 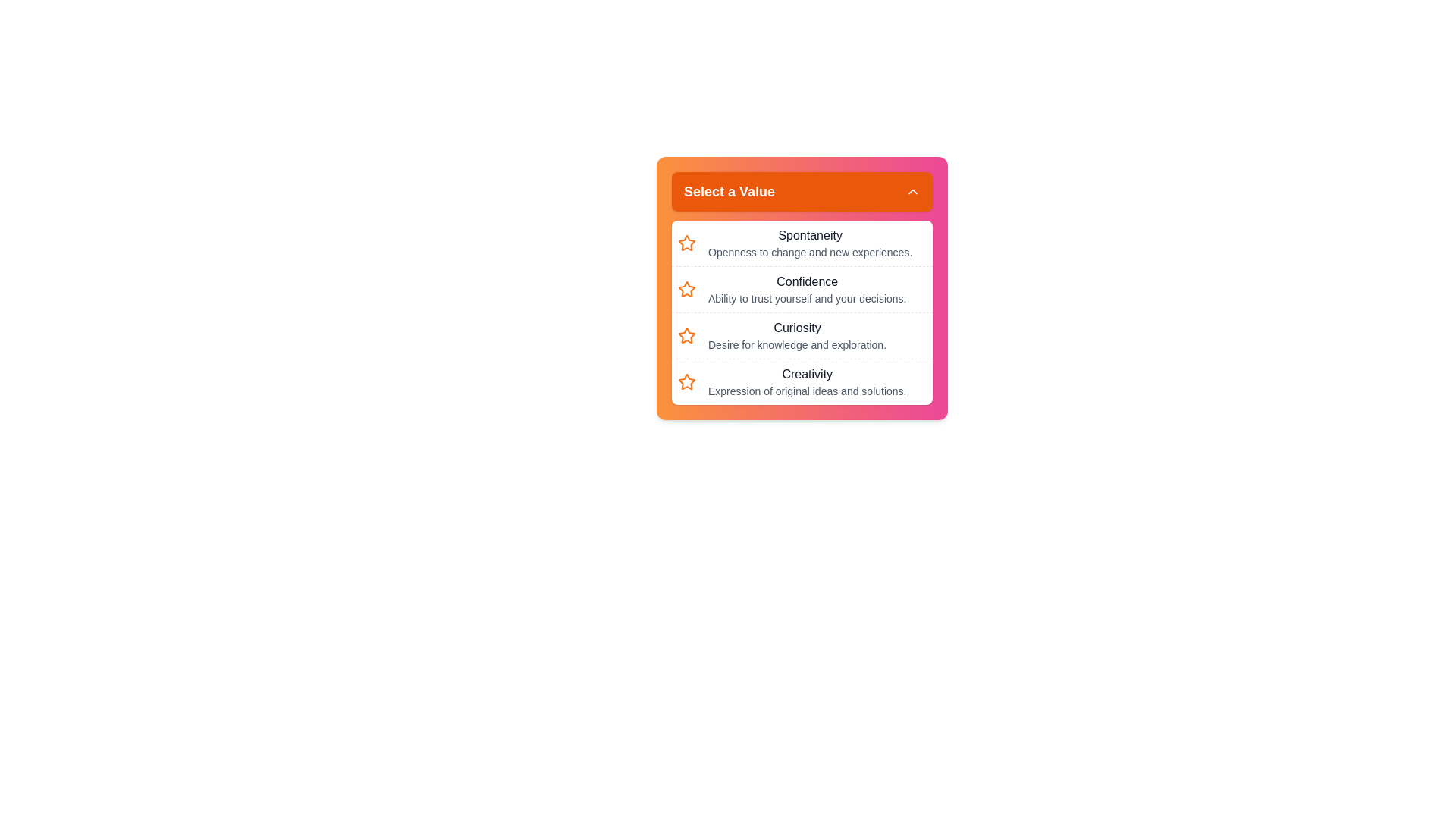 I want to click on the first item in the selectable list, which is located inside a rounded, shadowed panel directly below the panel's header, so click(x=801, y=242).